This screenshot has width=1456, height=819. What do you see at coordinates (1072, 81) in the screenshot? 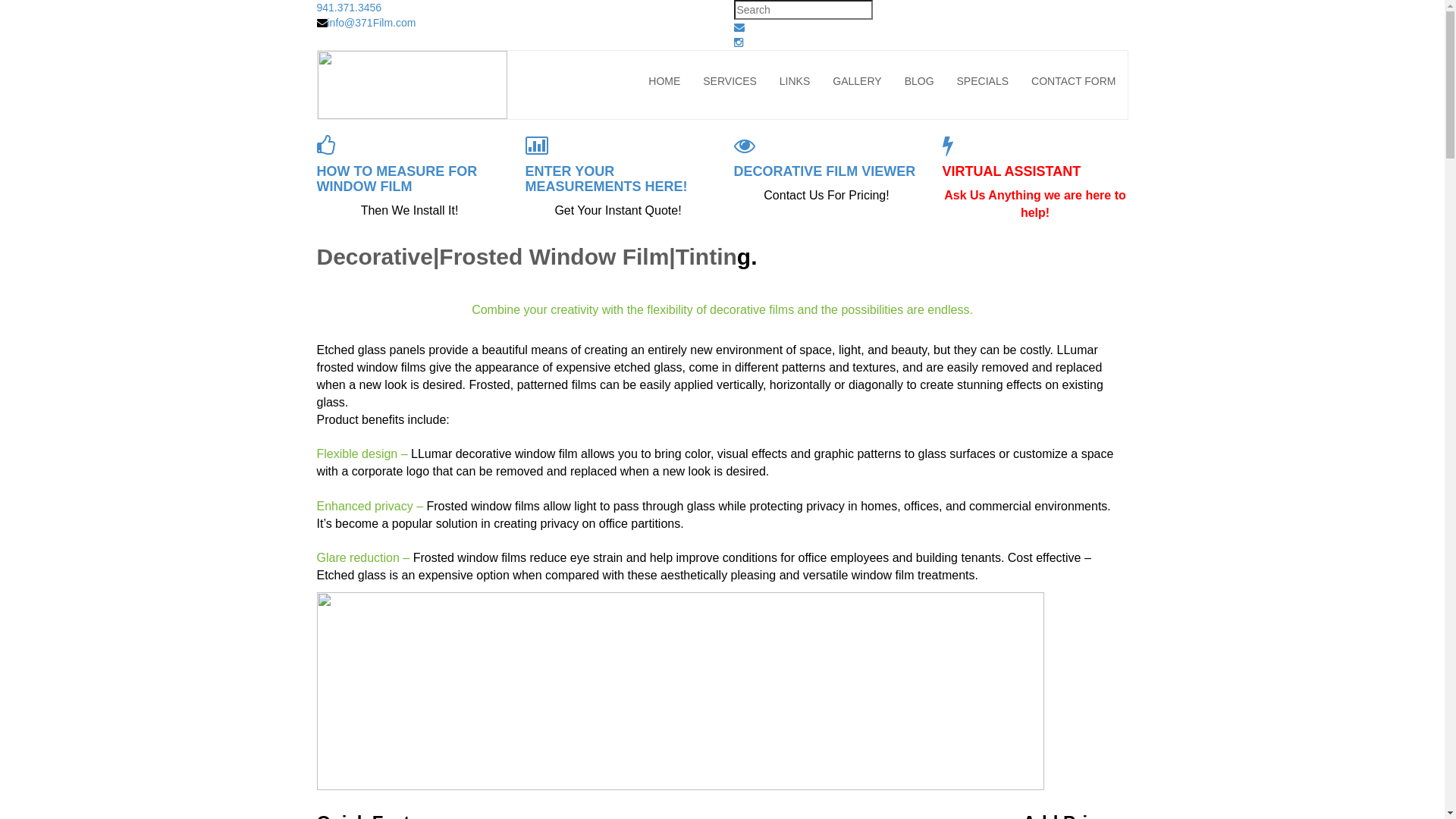
I see `'CONTACT FORM'` at bounding box center [1072, 81].